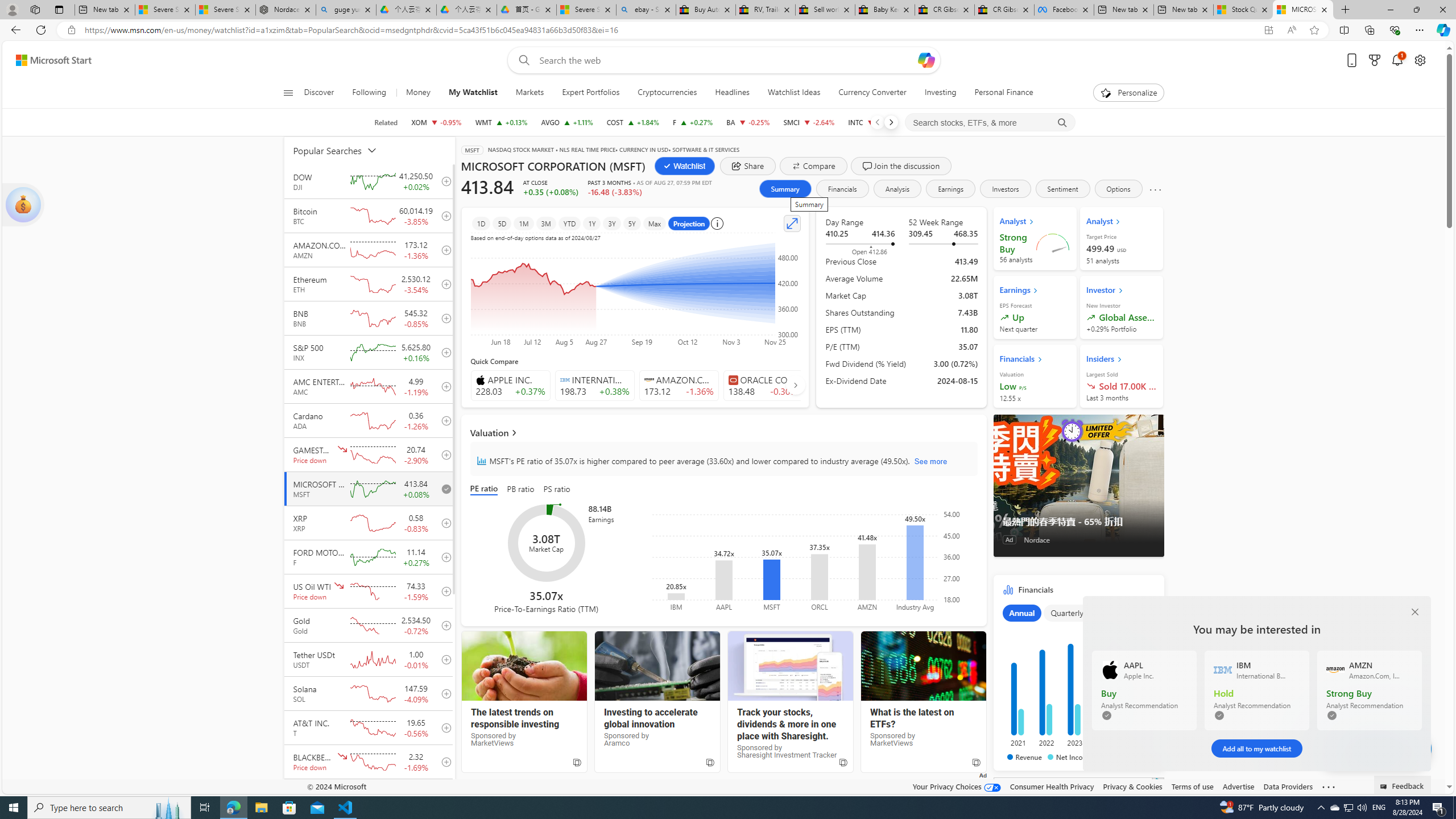 This screenshot has height=819, width=1456. What do you see at coordinates (747, 122) in the screenshot?
I see `'BA THE BOEING COMPANY decrease 173.05 -0.43 -0.25%'` at bounding box center [747, 122].